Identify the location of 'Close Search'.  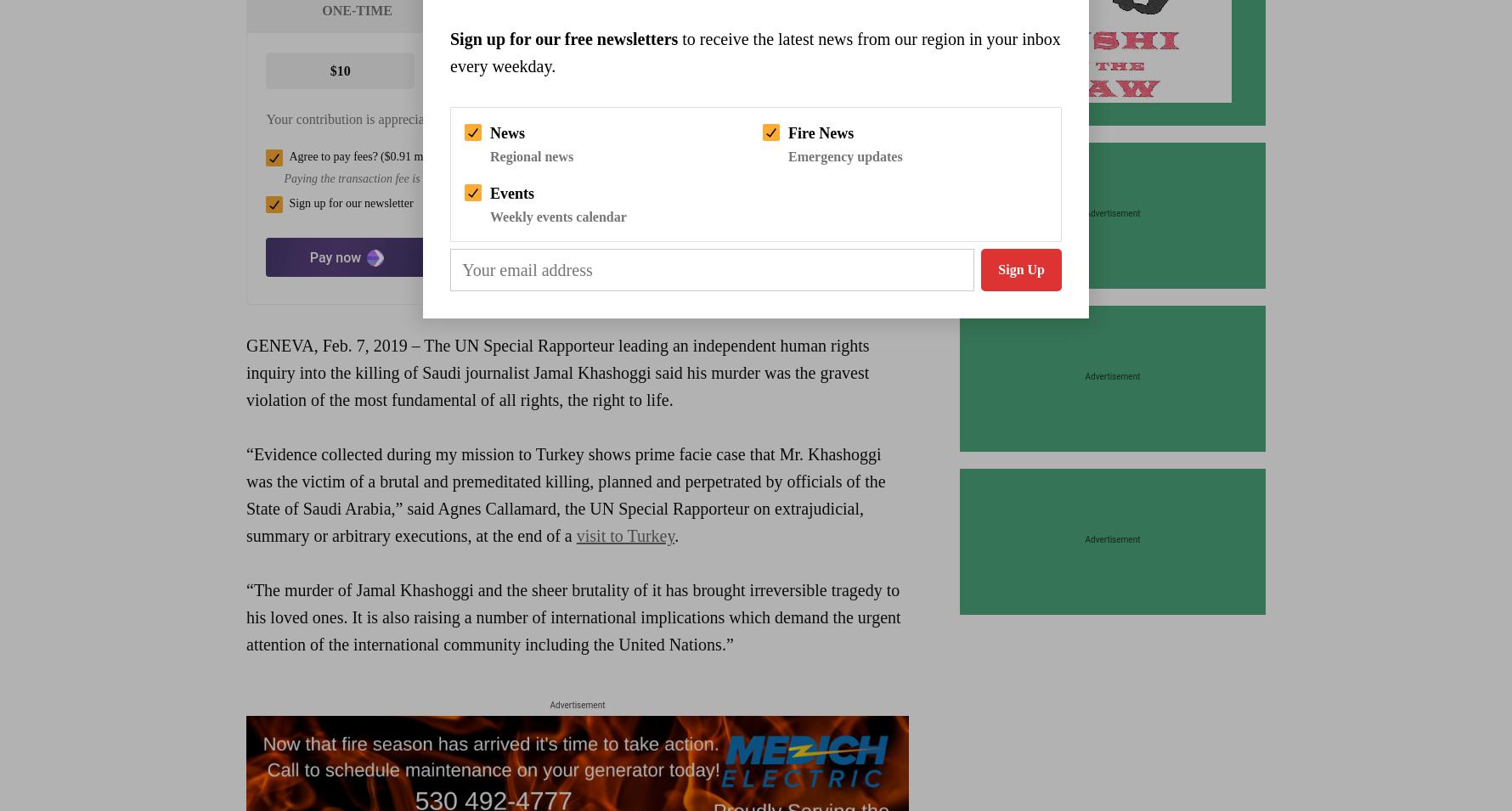
(1426, 793).